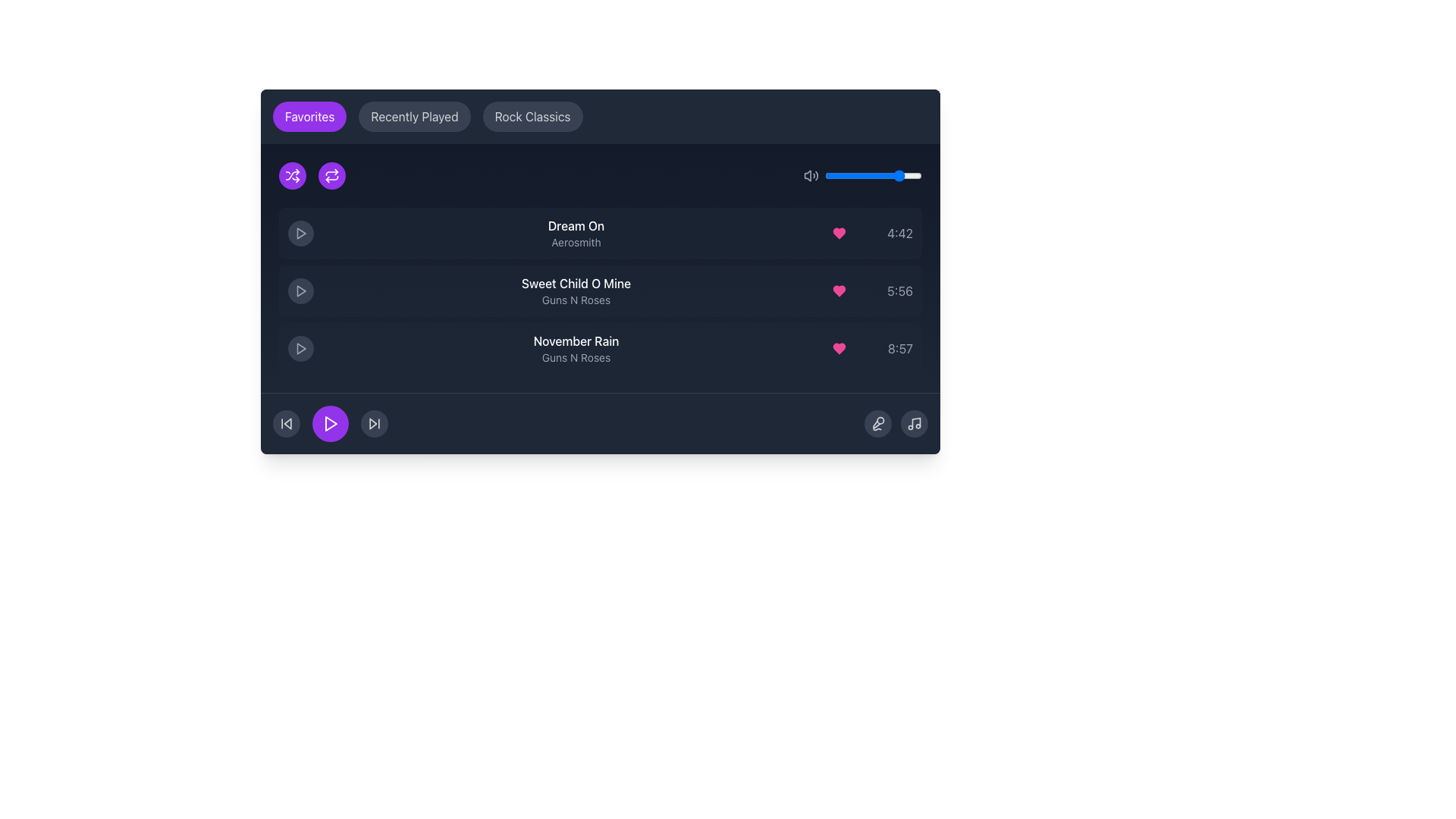  Describe the element at coordinates (847, 174) in the screenshot. I see `the volume` at that location.